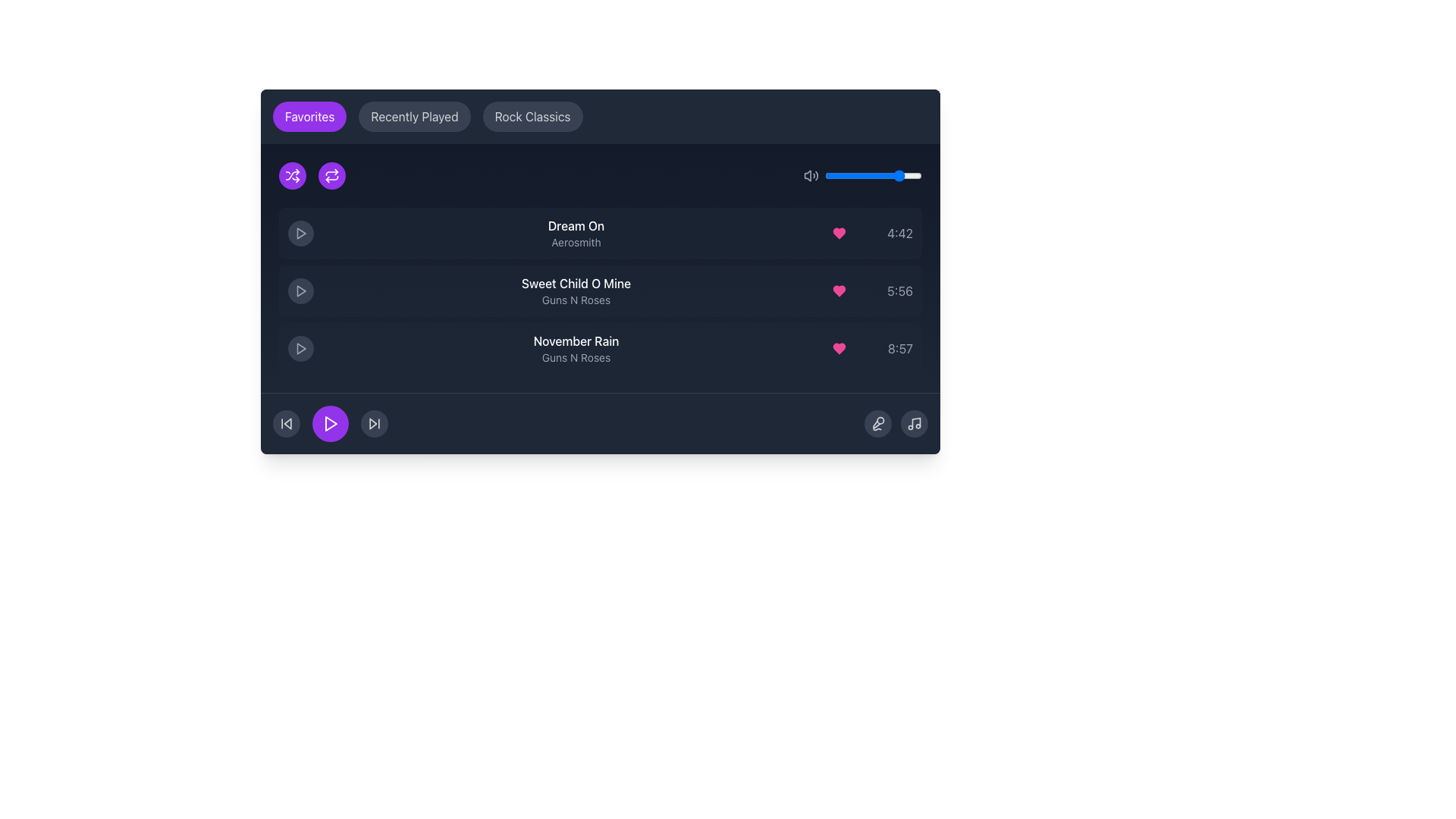  Describe the element at coordinates (847, 174) in the screenshot. I see `the volume` at that location.